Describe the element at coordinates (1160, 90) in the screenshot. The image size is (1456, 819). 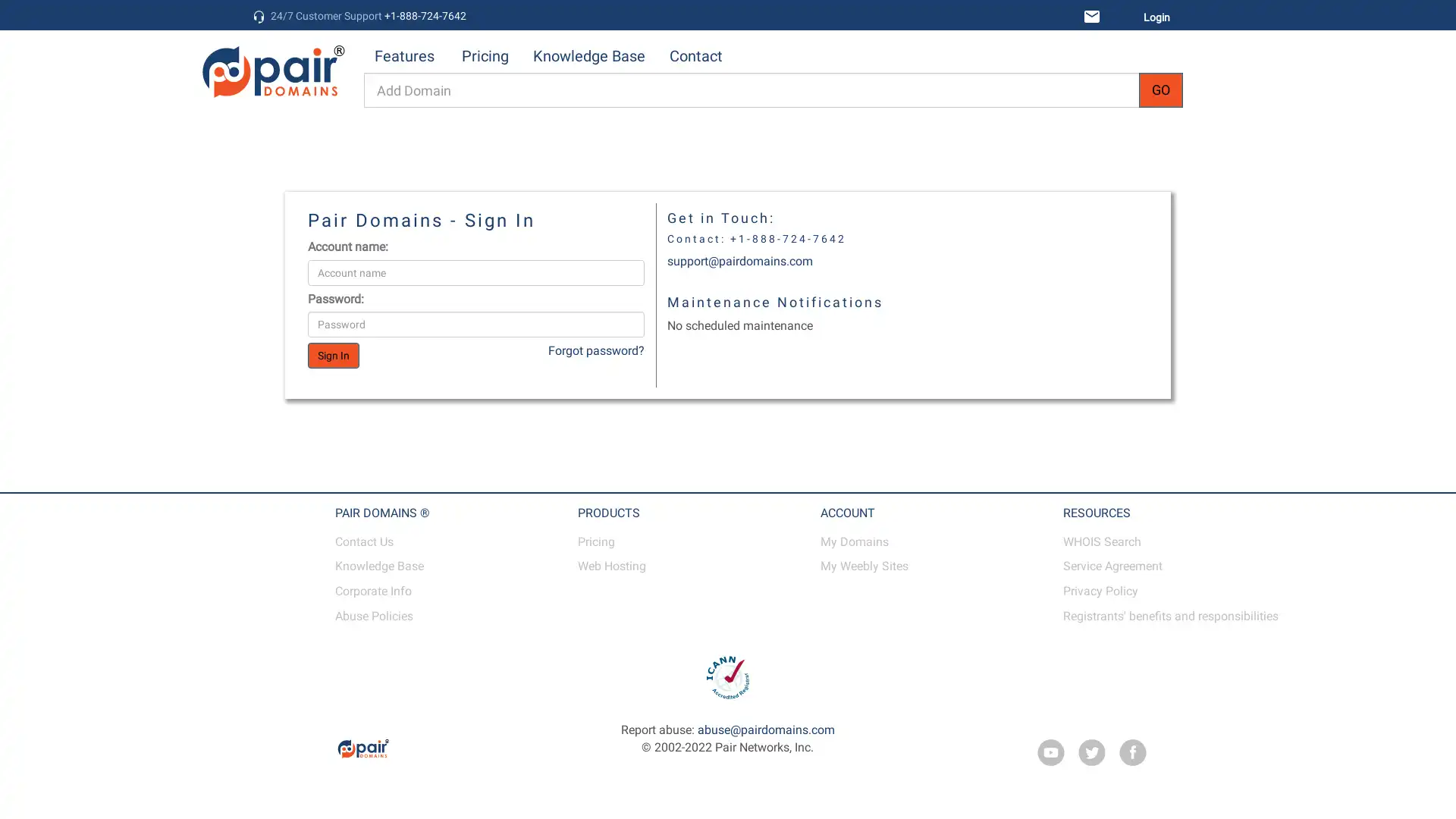
I see `GO` at that location.